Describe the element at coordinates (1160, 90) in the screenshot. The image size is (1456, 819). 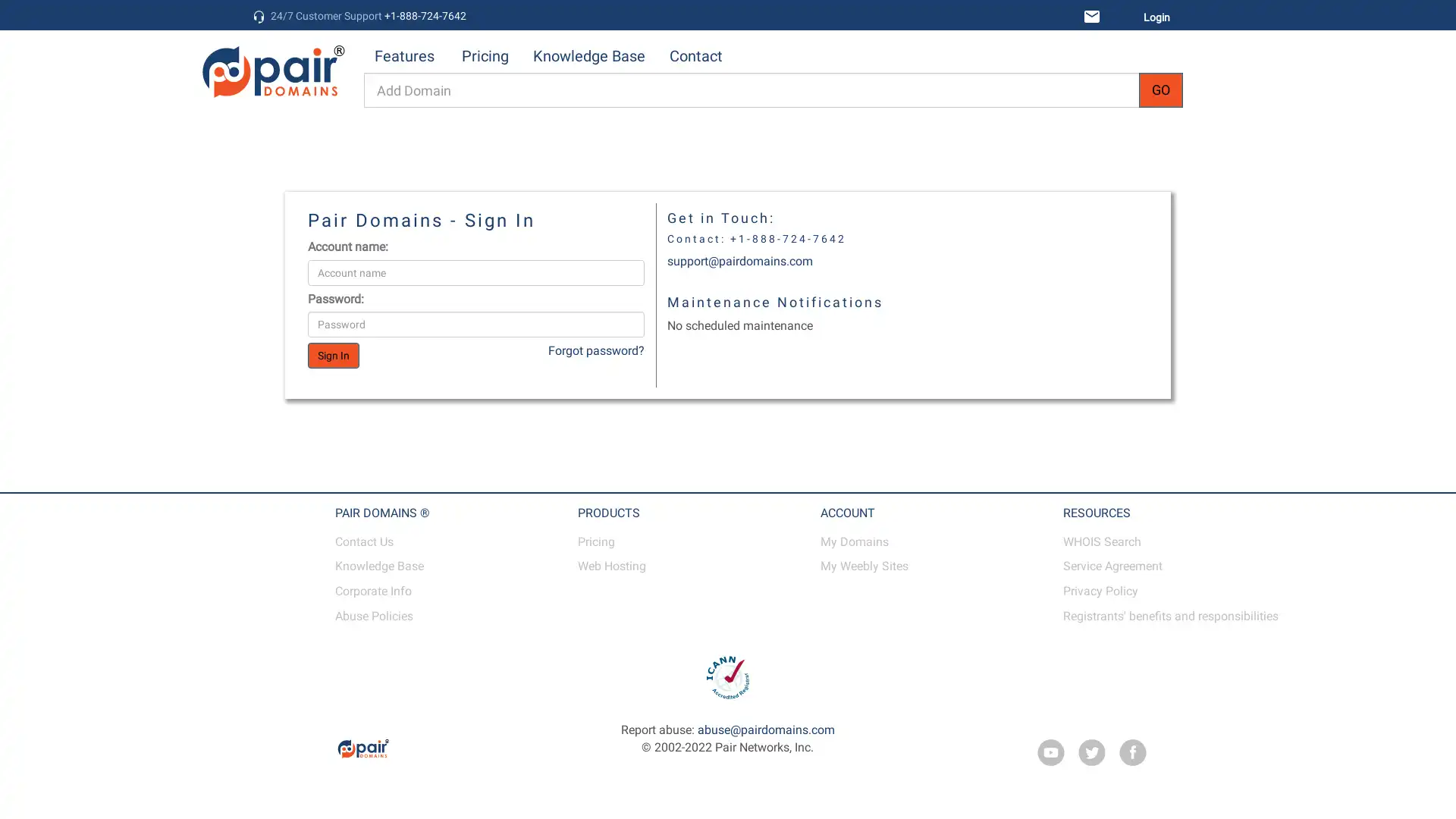
I see `GO` at that location.